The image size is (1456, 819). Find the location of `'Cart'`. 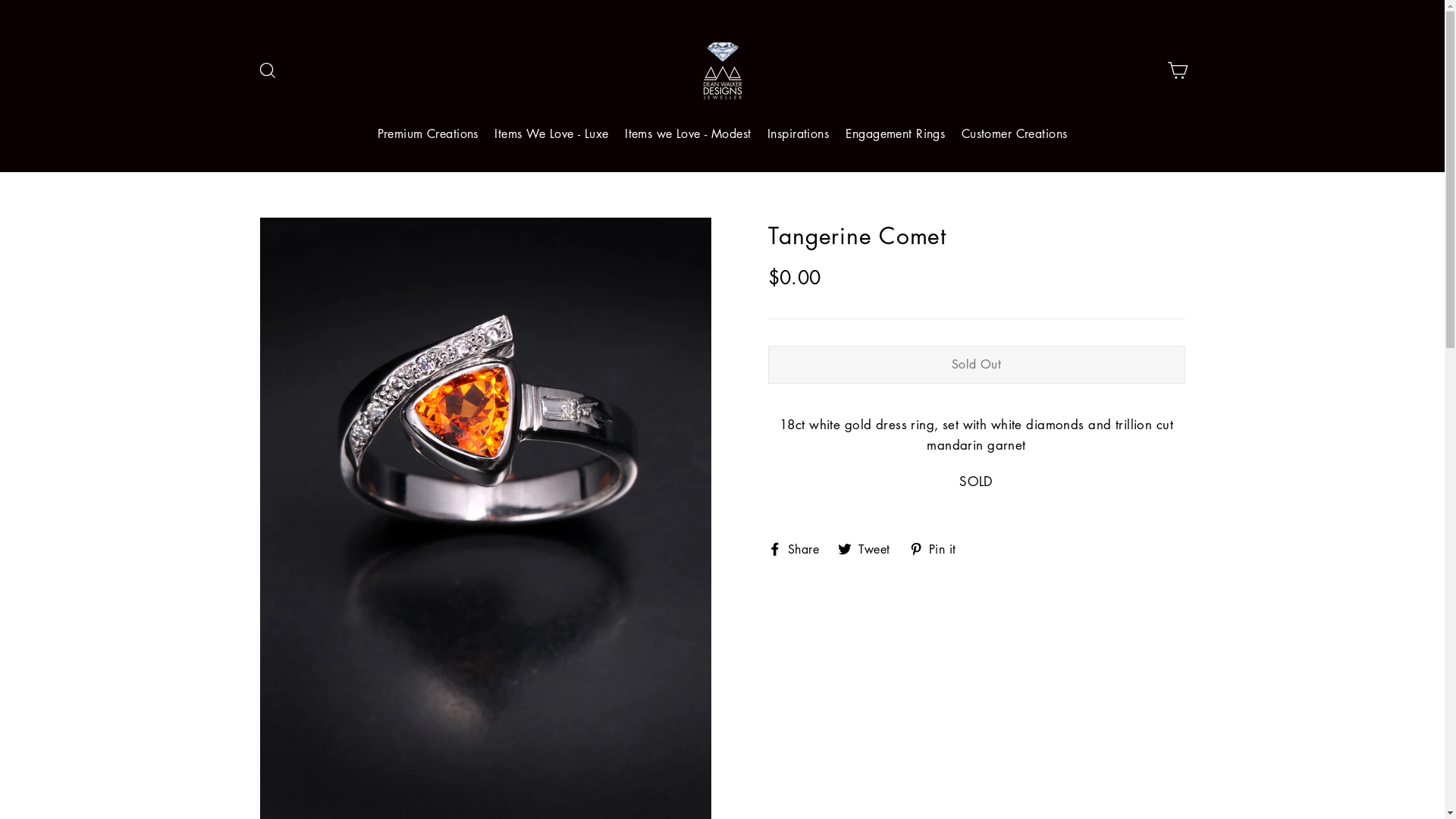

'Cart' is located at coordinates (1175, 71).